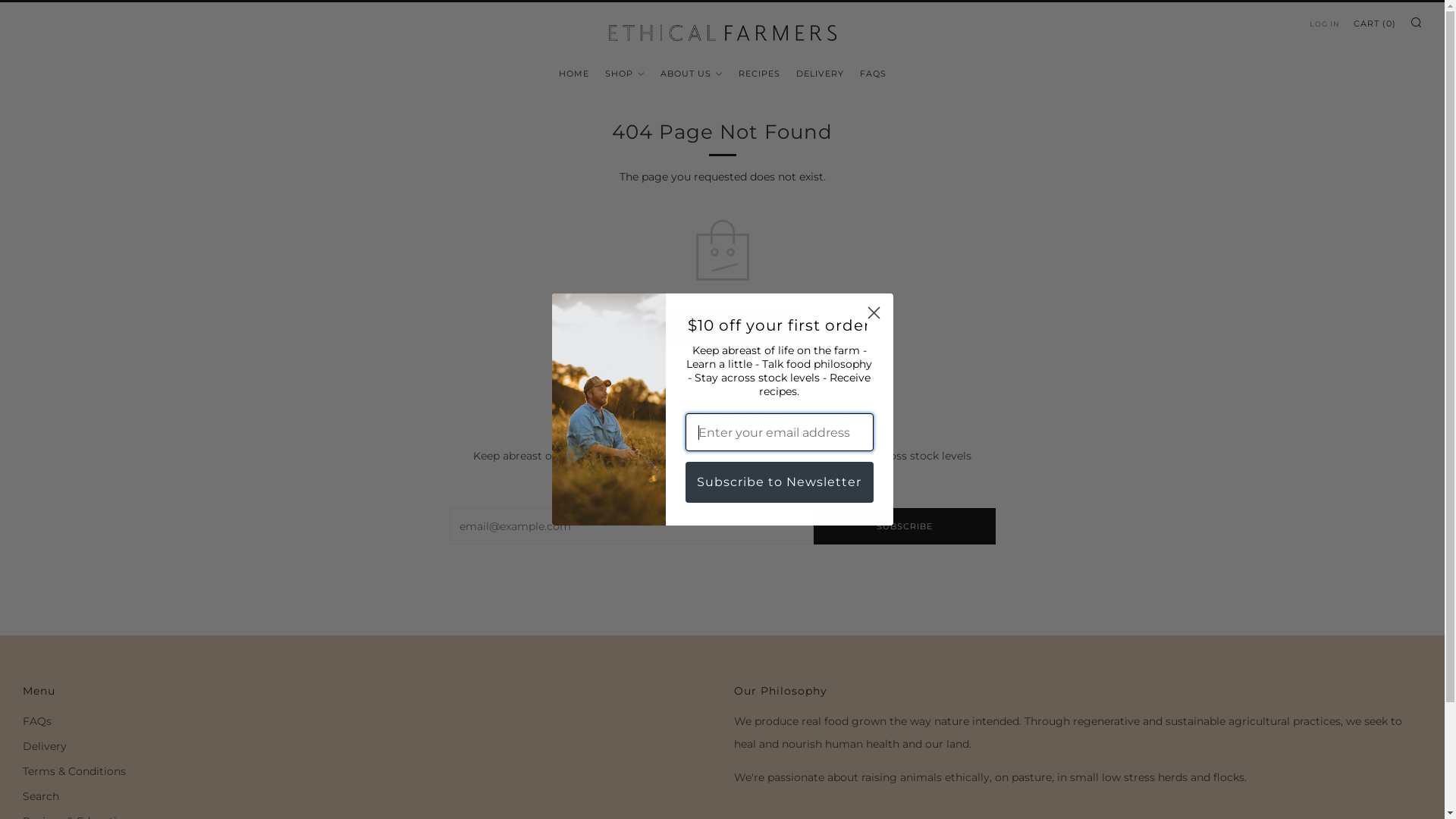 Image resolution: width=1456 pixels, height=819 pixels. I want to click on 'Delivery', so click(44, 745).